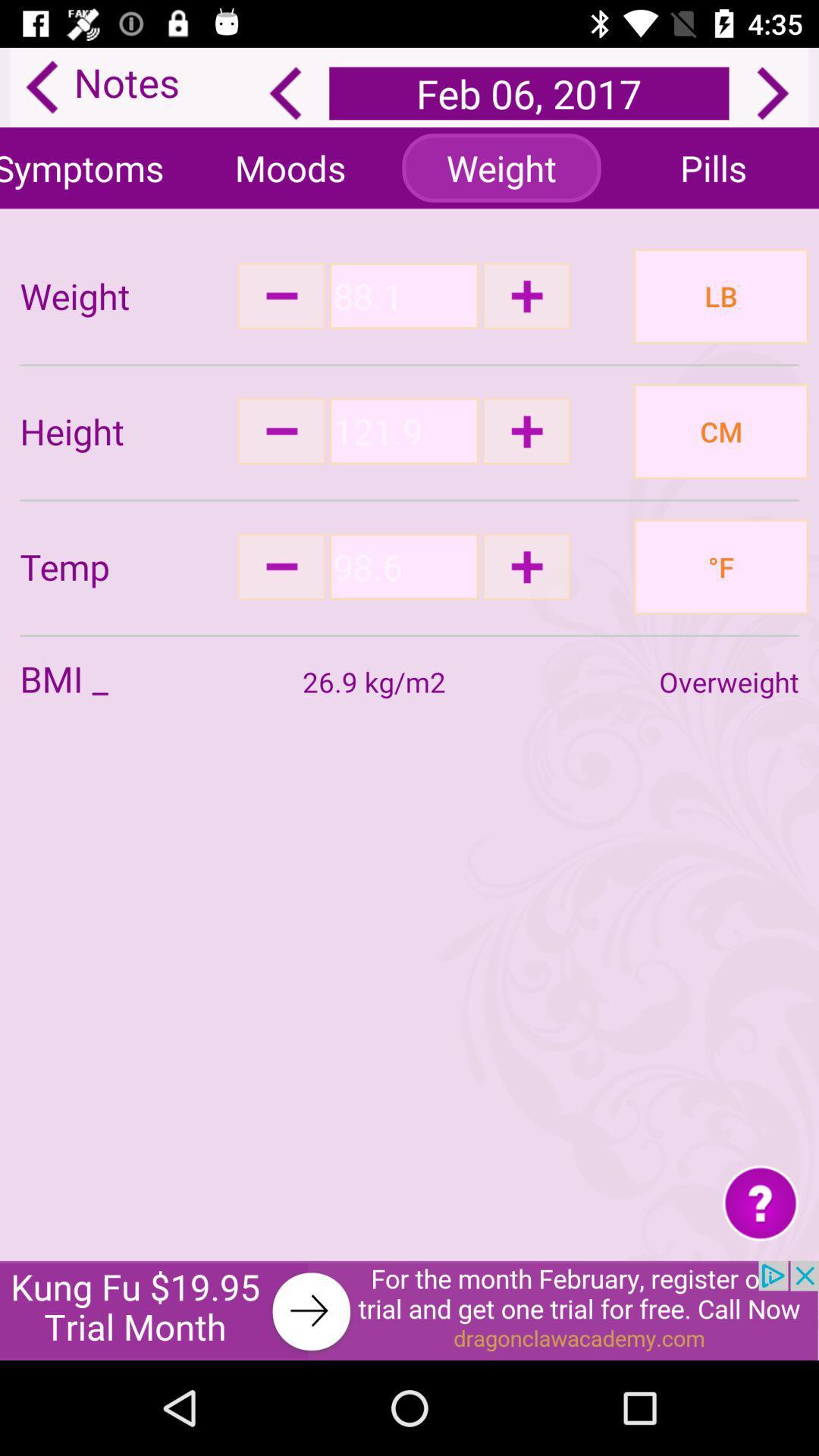  What do you see at coordinates (526, 296) in the screenshot?
I see `the add icon` at bounding box center [526, 296].